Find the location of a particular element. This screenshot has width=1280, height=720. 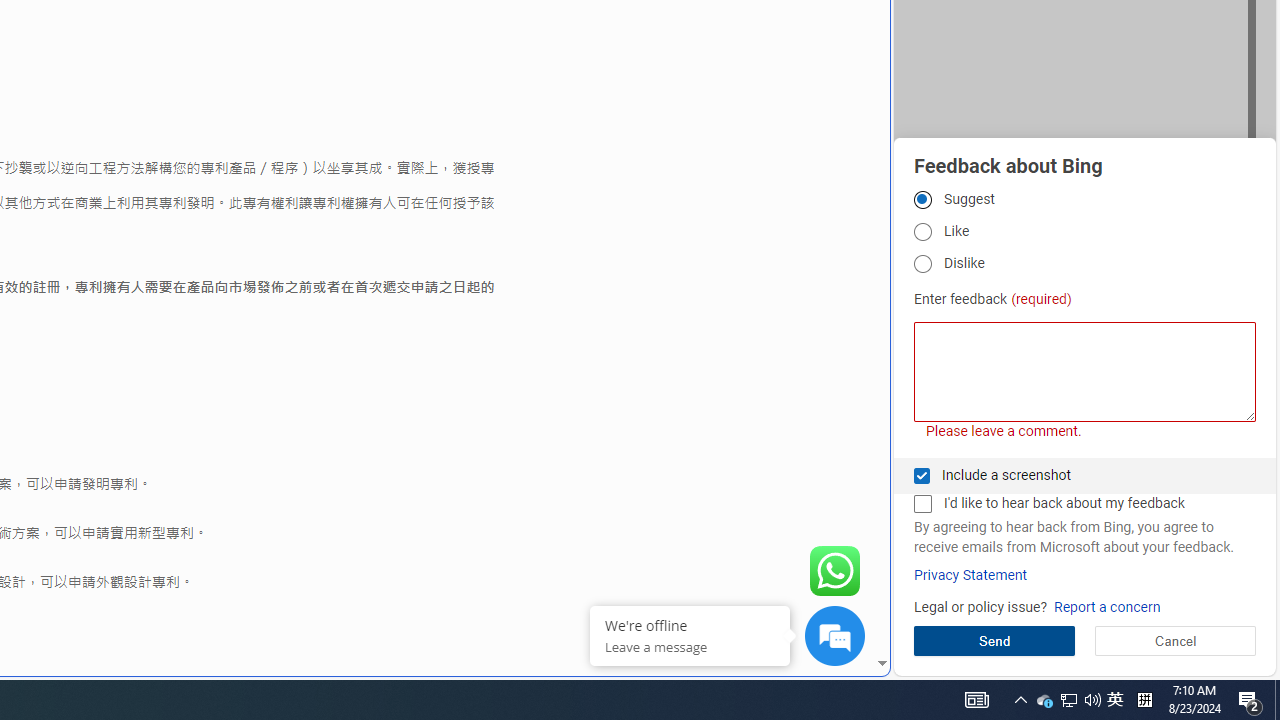

'Cancel' is located at coordinates (1175, 640).